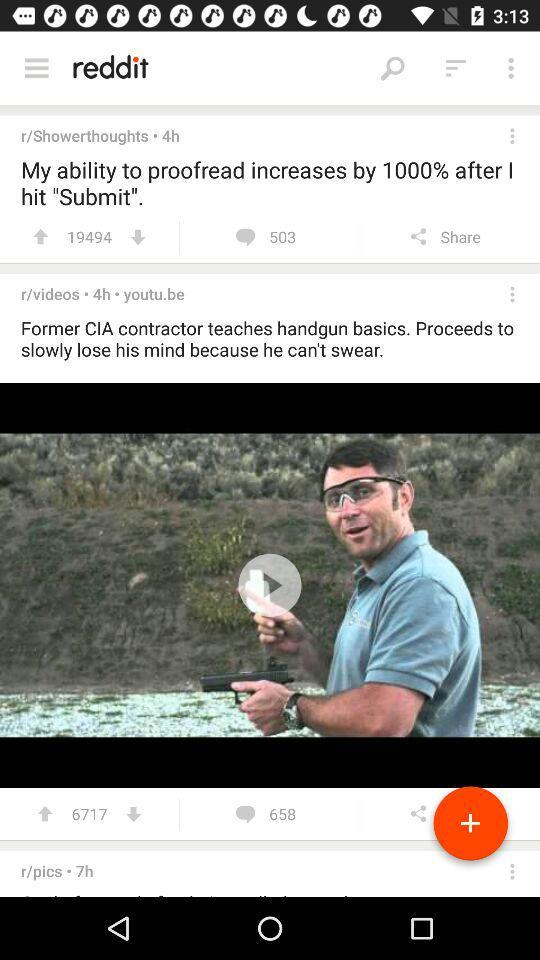 The width and height of the screenshot is (540, 960). Describe the element at coordinates (470, 827) in the screenshot. I see `the add icon` at that location.